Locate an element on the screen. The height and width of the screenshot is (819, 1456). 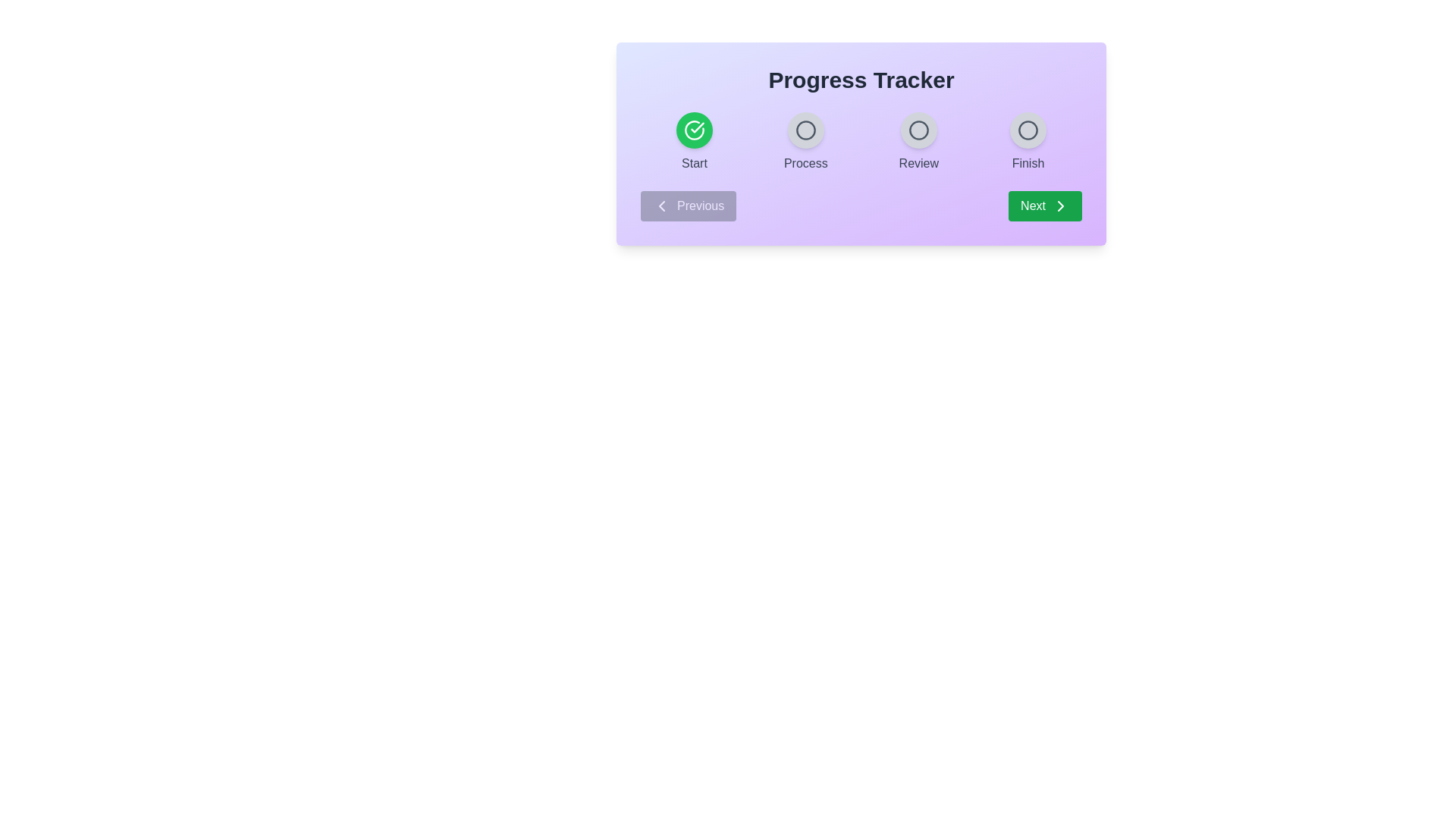
the Navigation Button Group located at the bottom center of the progress tracker interface is located at coordinates (861, 206).